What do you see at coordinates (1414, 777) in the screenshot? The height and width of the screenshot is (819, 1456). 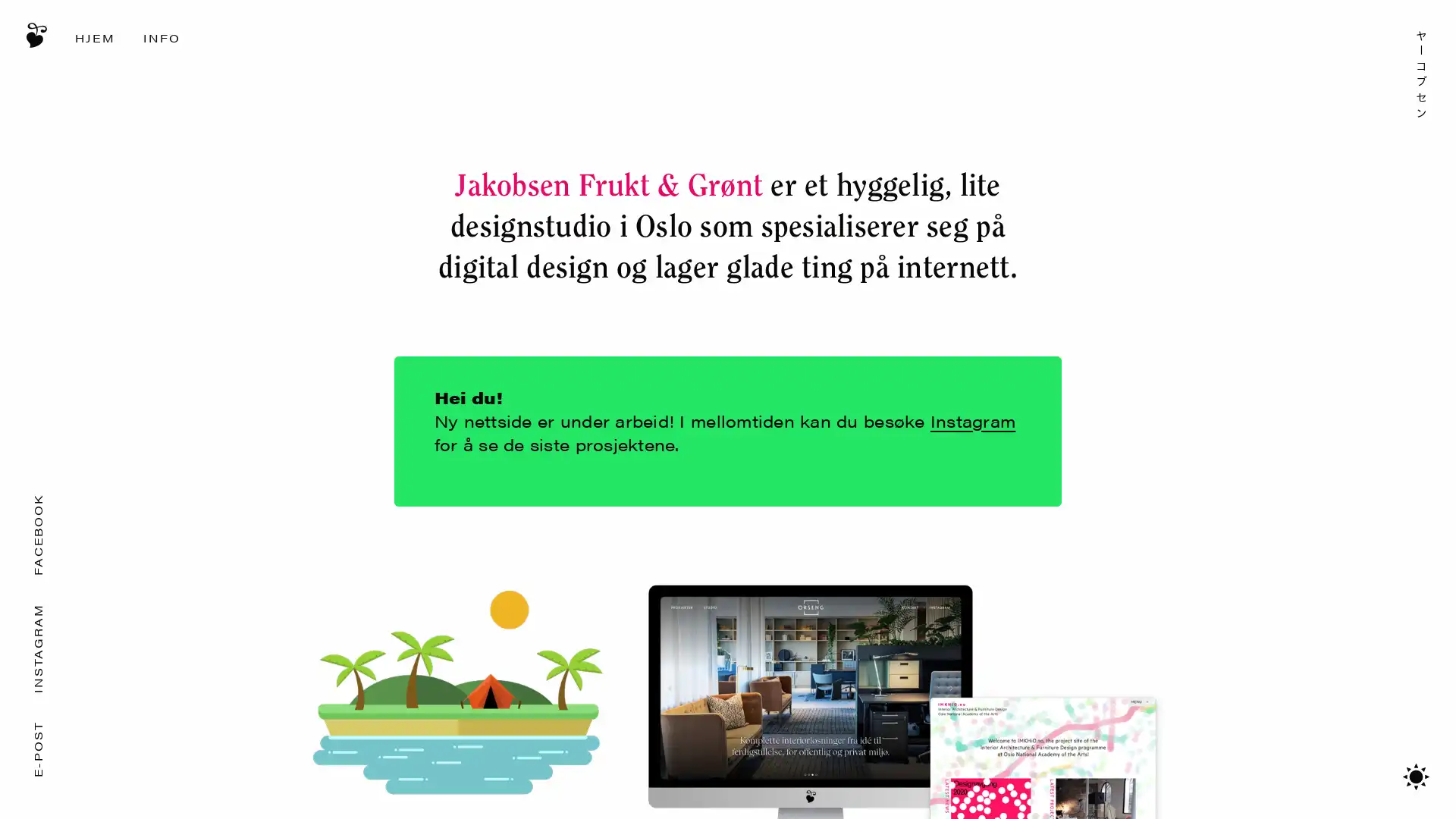 I see `Bytt mellom mrkt/lyst tema` at bounding box center [1414, 777].